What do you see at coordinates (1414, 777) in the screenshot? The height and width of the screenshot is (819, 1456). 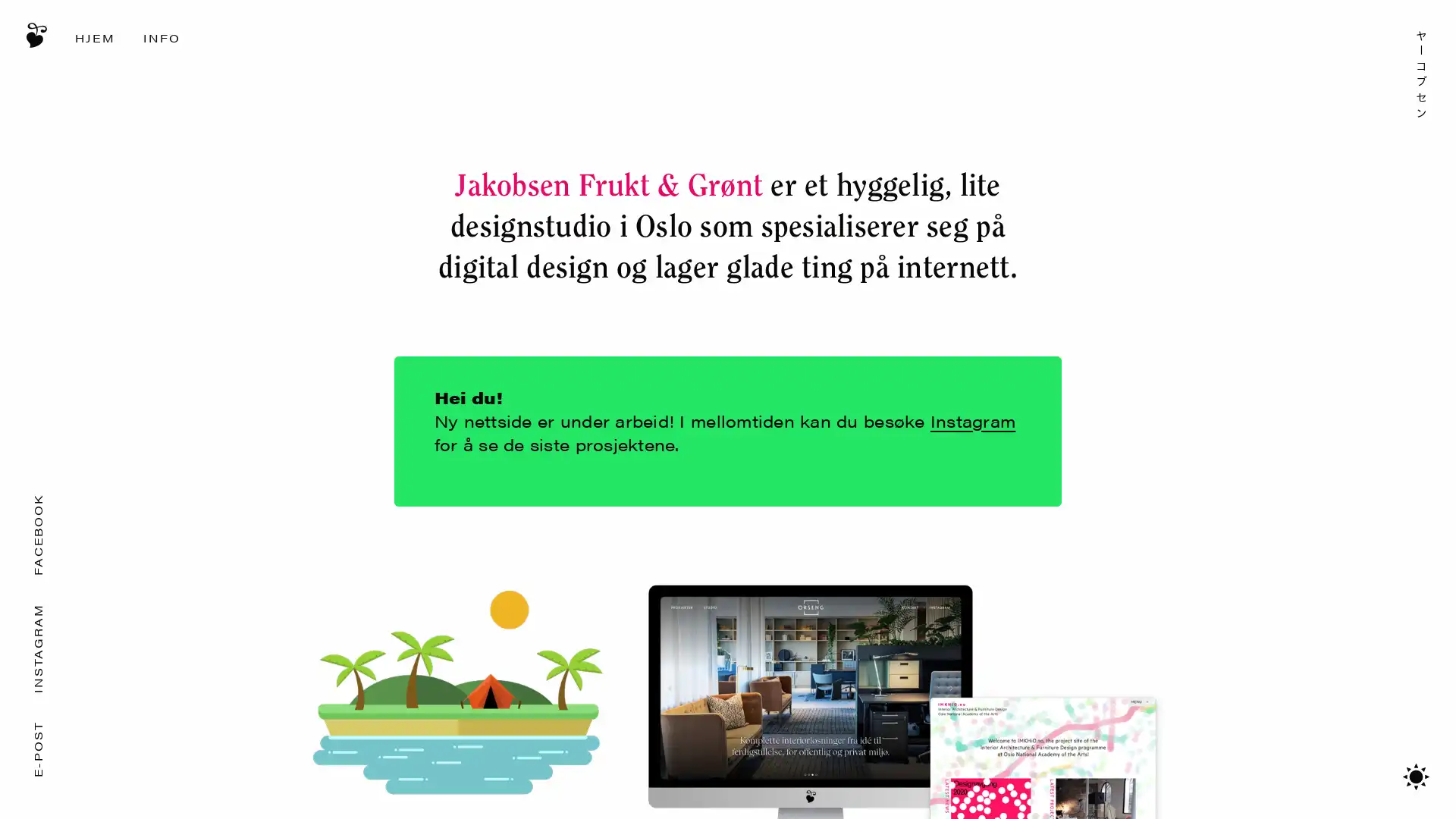 I see `Bytt mellom mrkt/lyst tema` at bounding box center [1414, 777].